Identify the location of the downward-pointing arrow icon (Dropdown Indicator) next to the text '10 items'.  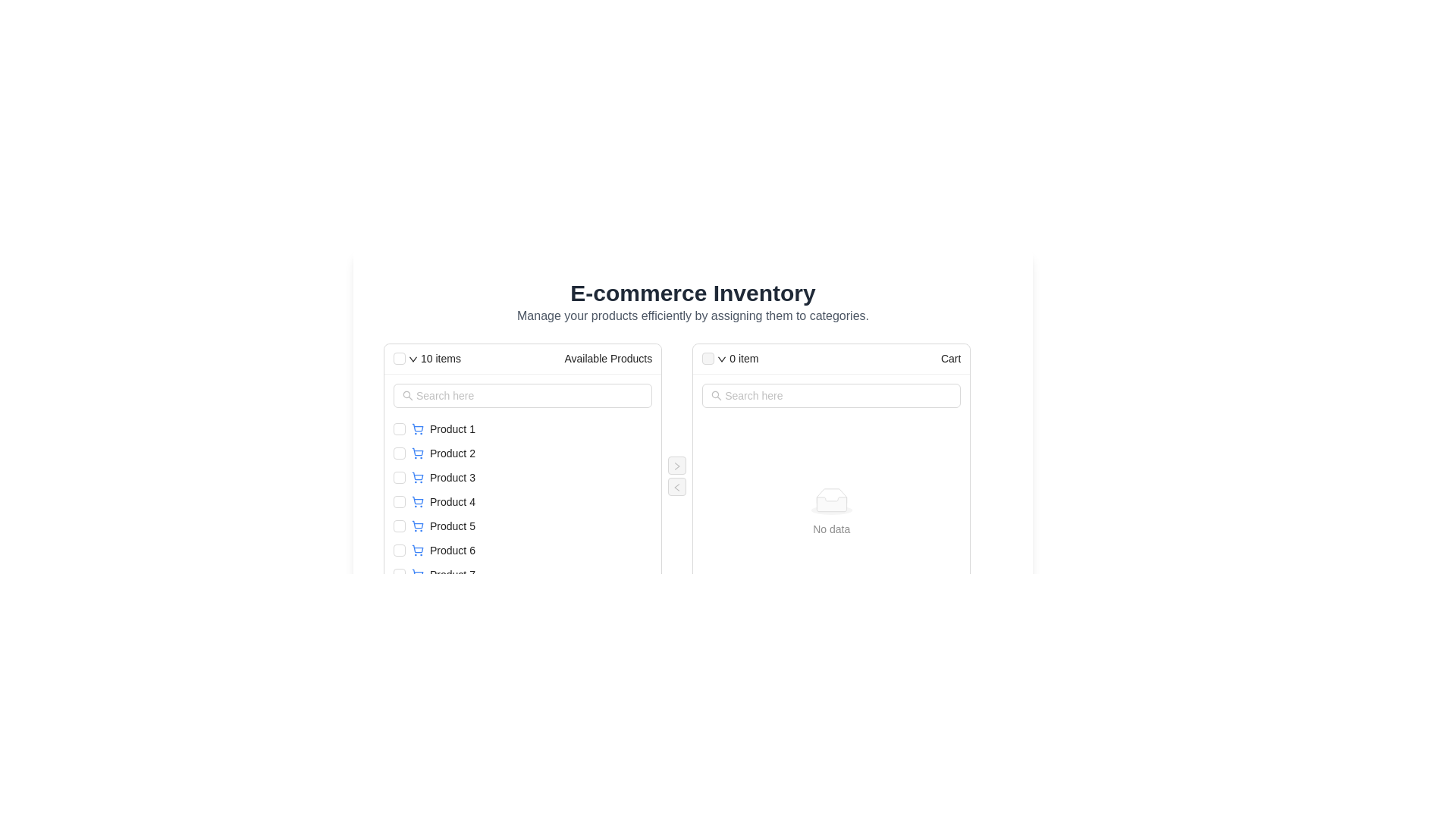
(413, 359).